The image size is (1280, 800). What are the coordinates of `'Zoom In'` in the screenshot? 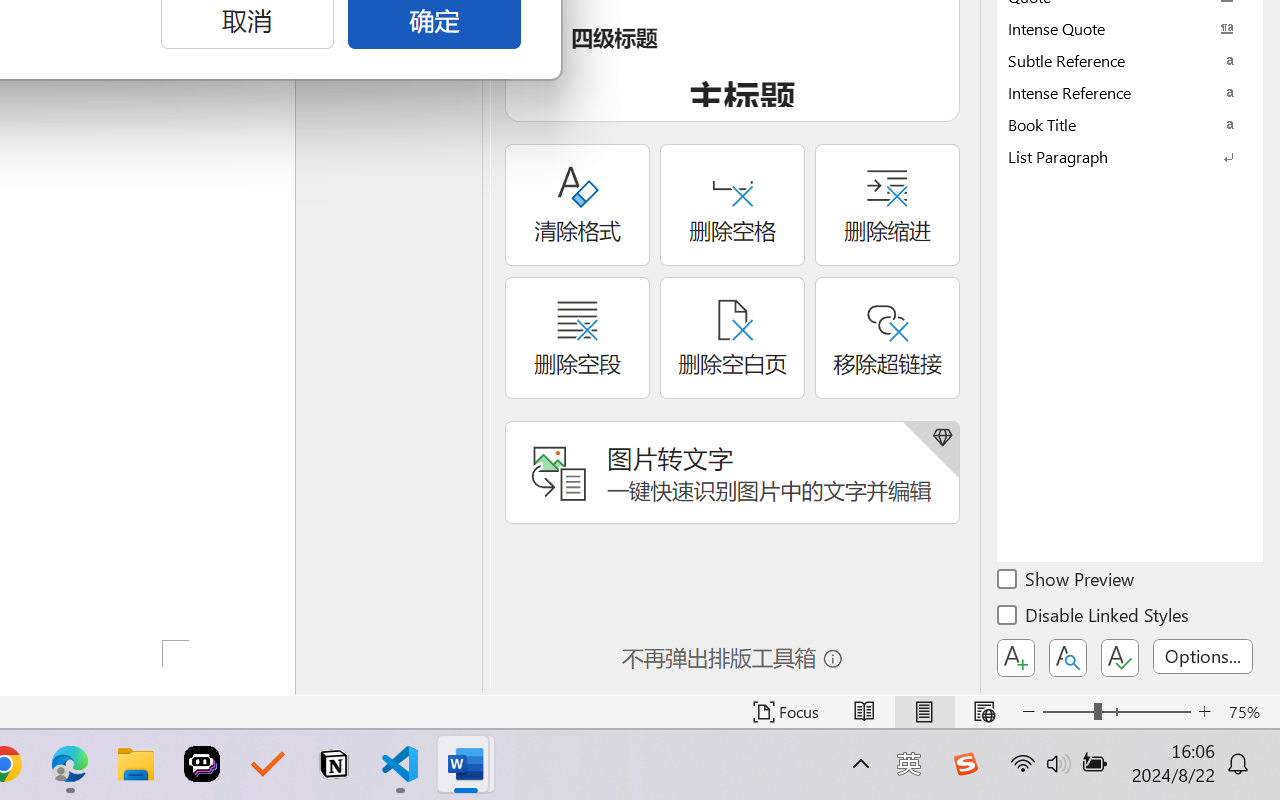 It's located at (1204, 711).